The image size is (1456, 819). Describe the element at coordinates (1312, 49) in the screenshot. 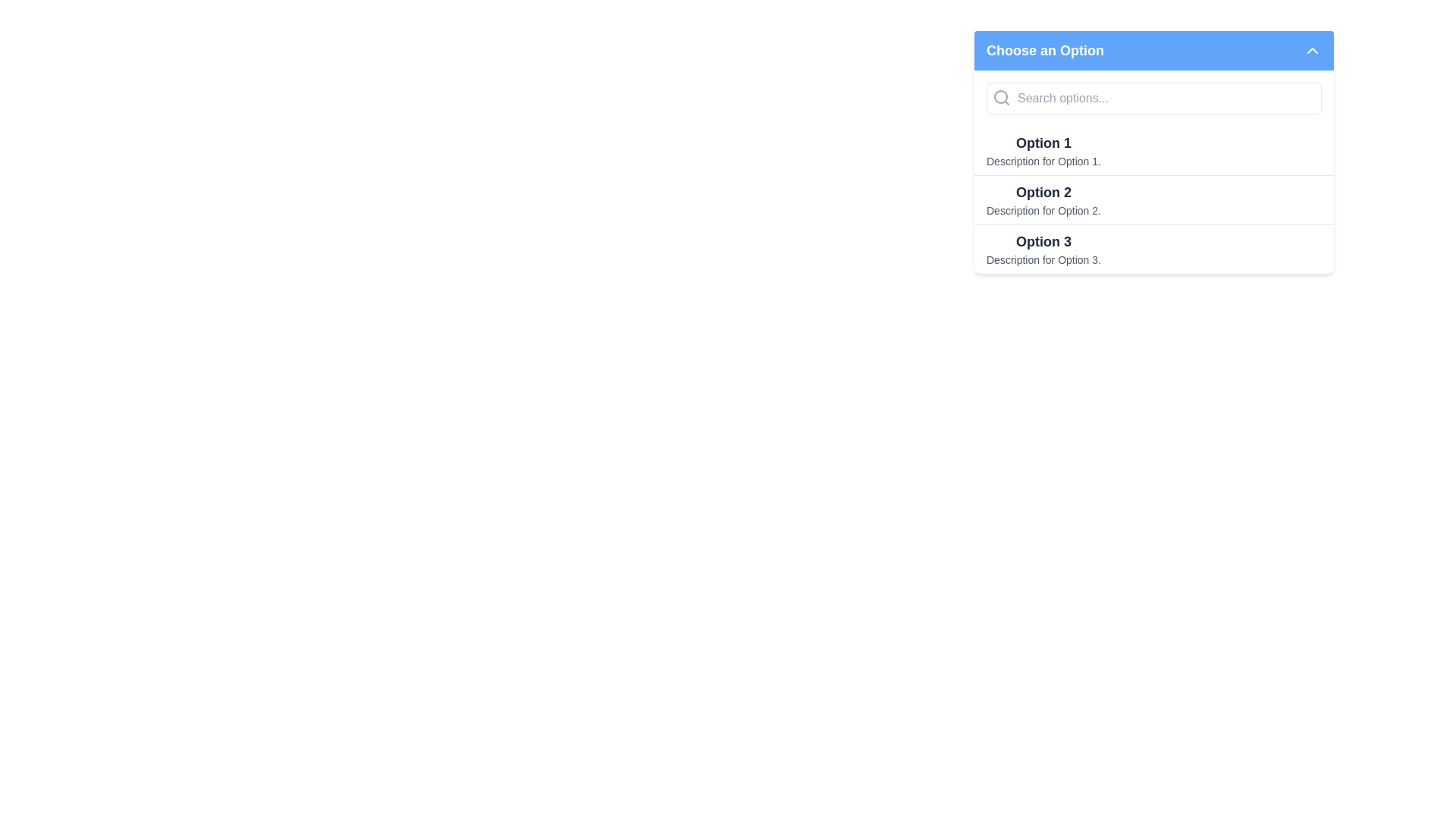

I see `the chevron icon in the top-right corner of the dropdown menu` at that location.